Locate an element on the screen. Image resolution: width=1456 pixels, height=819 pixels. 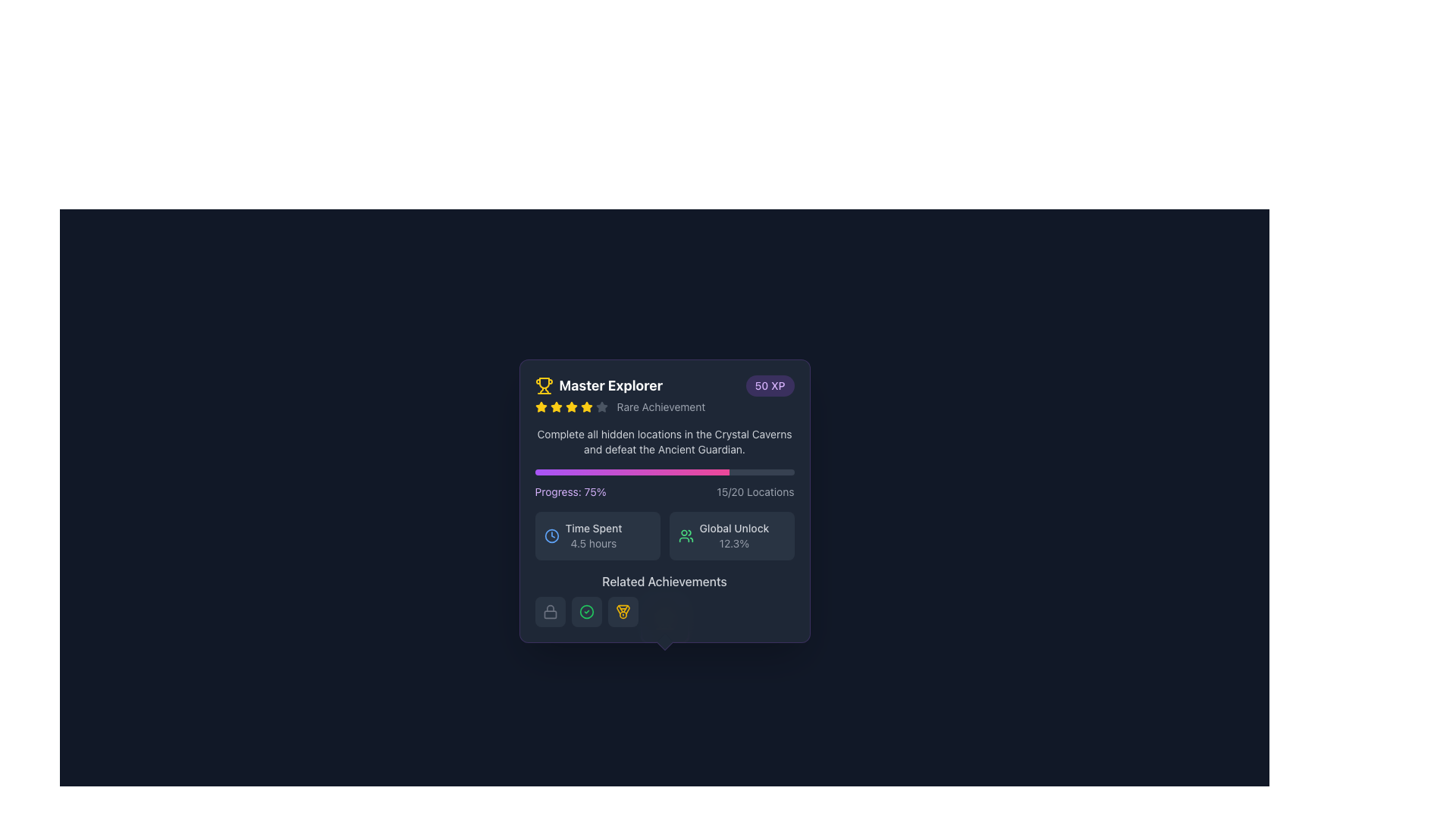
the third button on the right within the 'Related Achievements' card is located at coordinates (623, 610).